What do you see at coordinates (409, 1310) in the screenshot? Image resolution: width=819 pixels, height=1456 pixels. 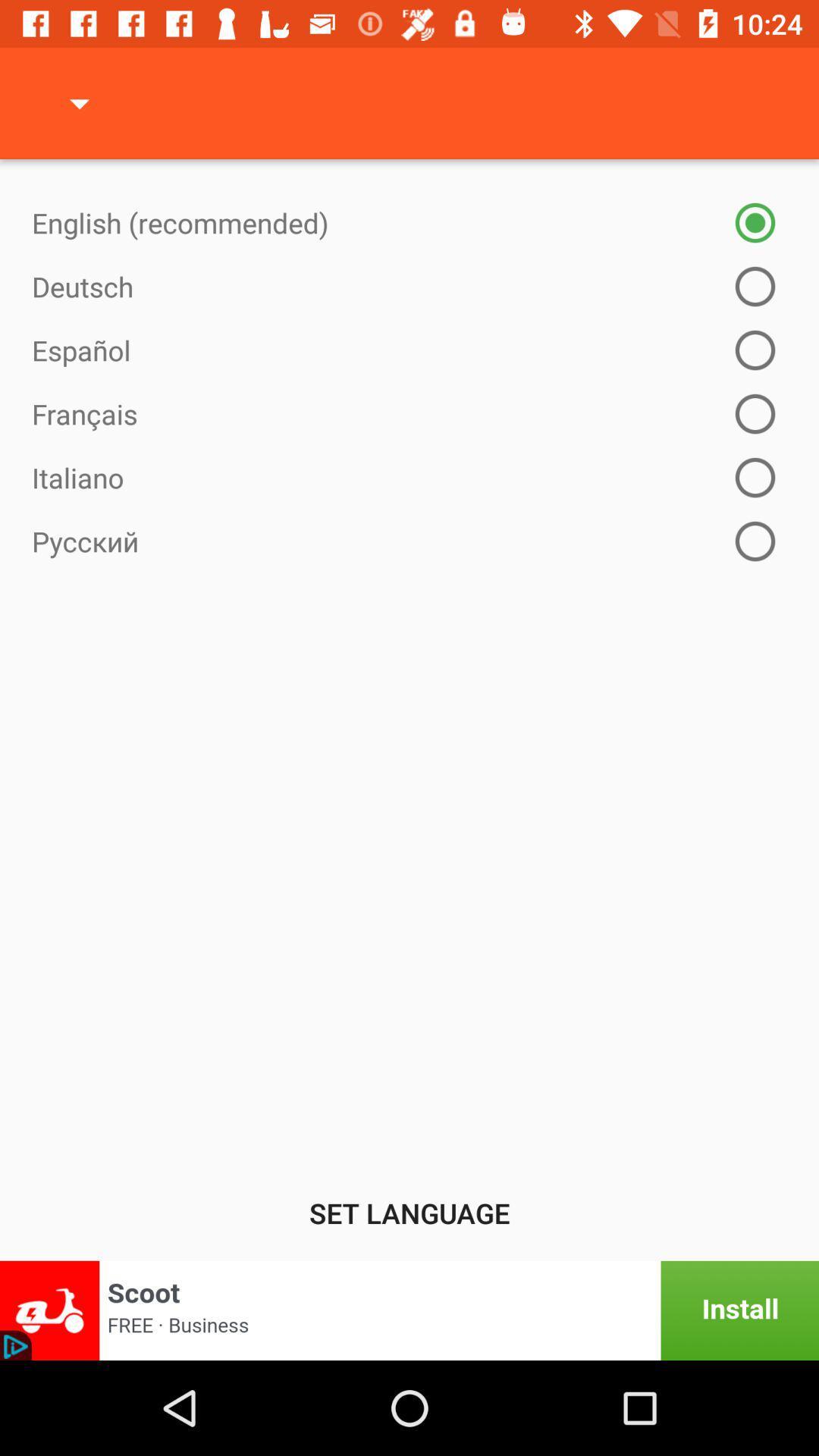 I see `install an app` at bounding box center [409, 1310].